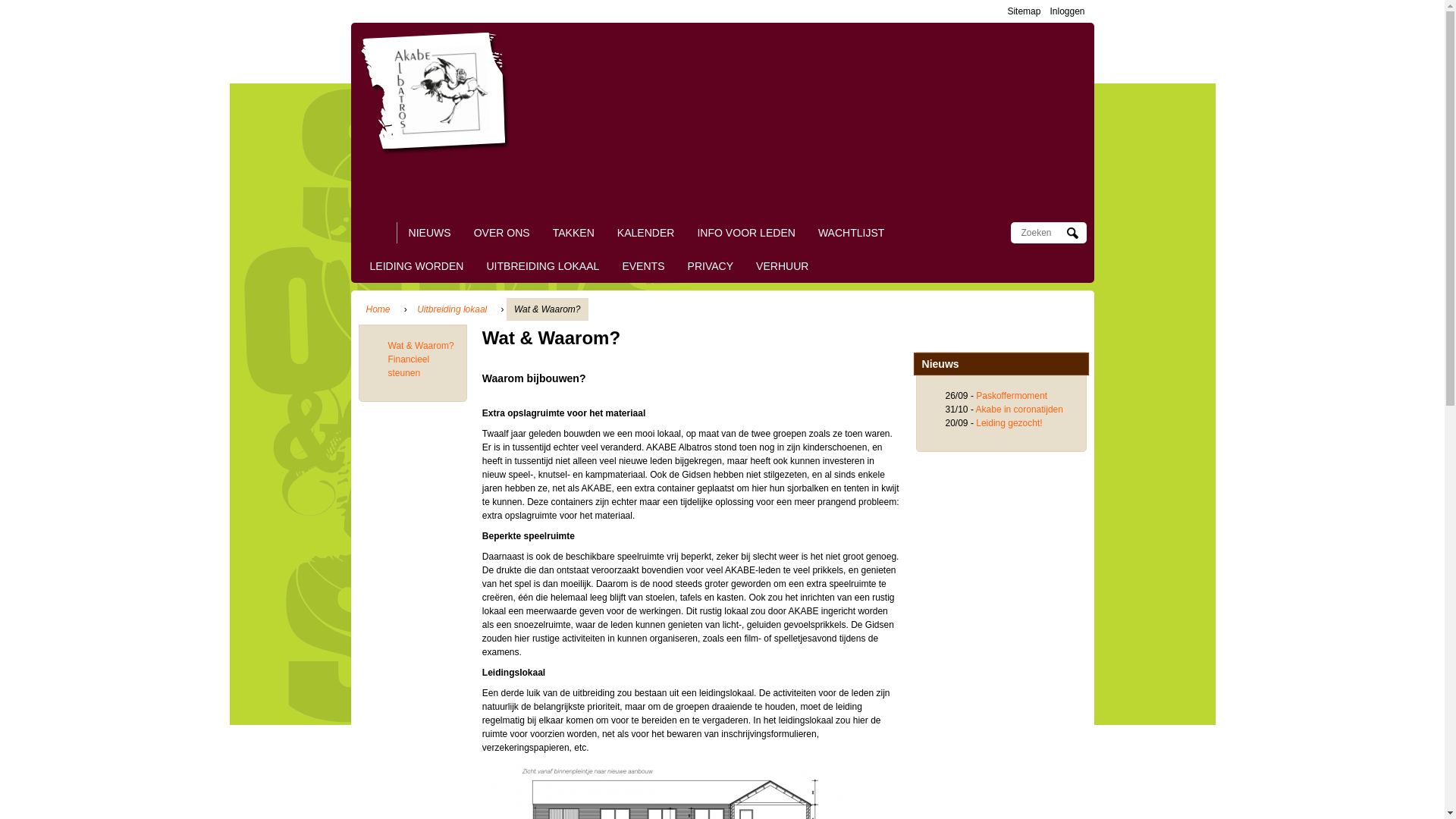 This screenshot has height=819, width=1456. What do you see at coordinates (1040, 233) in the screenshot?
I see `'Geef de woorden op waarnaar u wilt zoeken.'` at bounding box center [1040, 233].